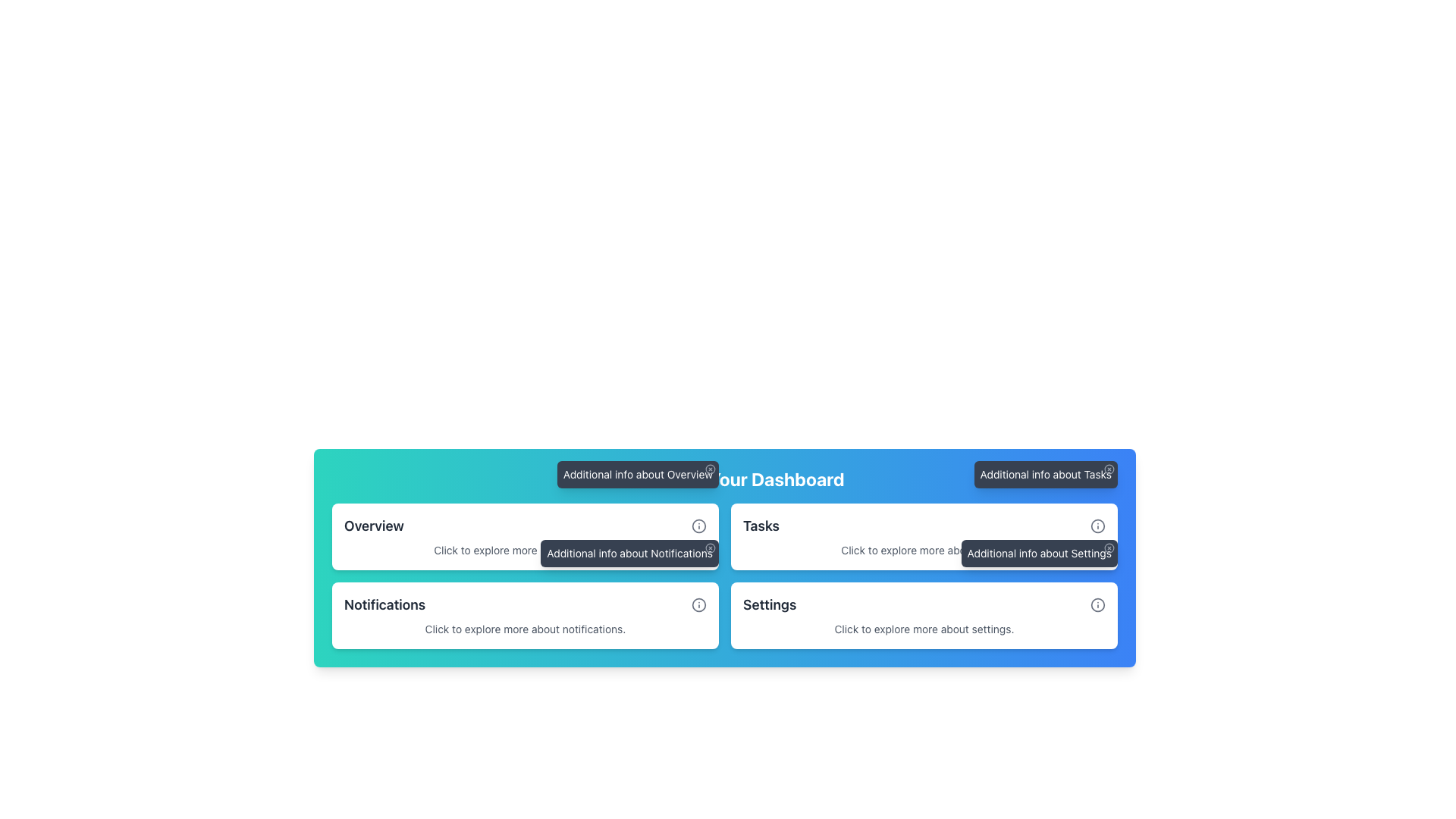  What do you see at coordinates (1109, 548) in the screenshot?
I see `the circular graphic component in the upper-right corner of the tooltip labeled 'Additional info about Settings'` at bounding box center [1109, 548].